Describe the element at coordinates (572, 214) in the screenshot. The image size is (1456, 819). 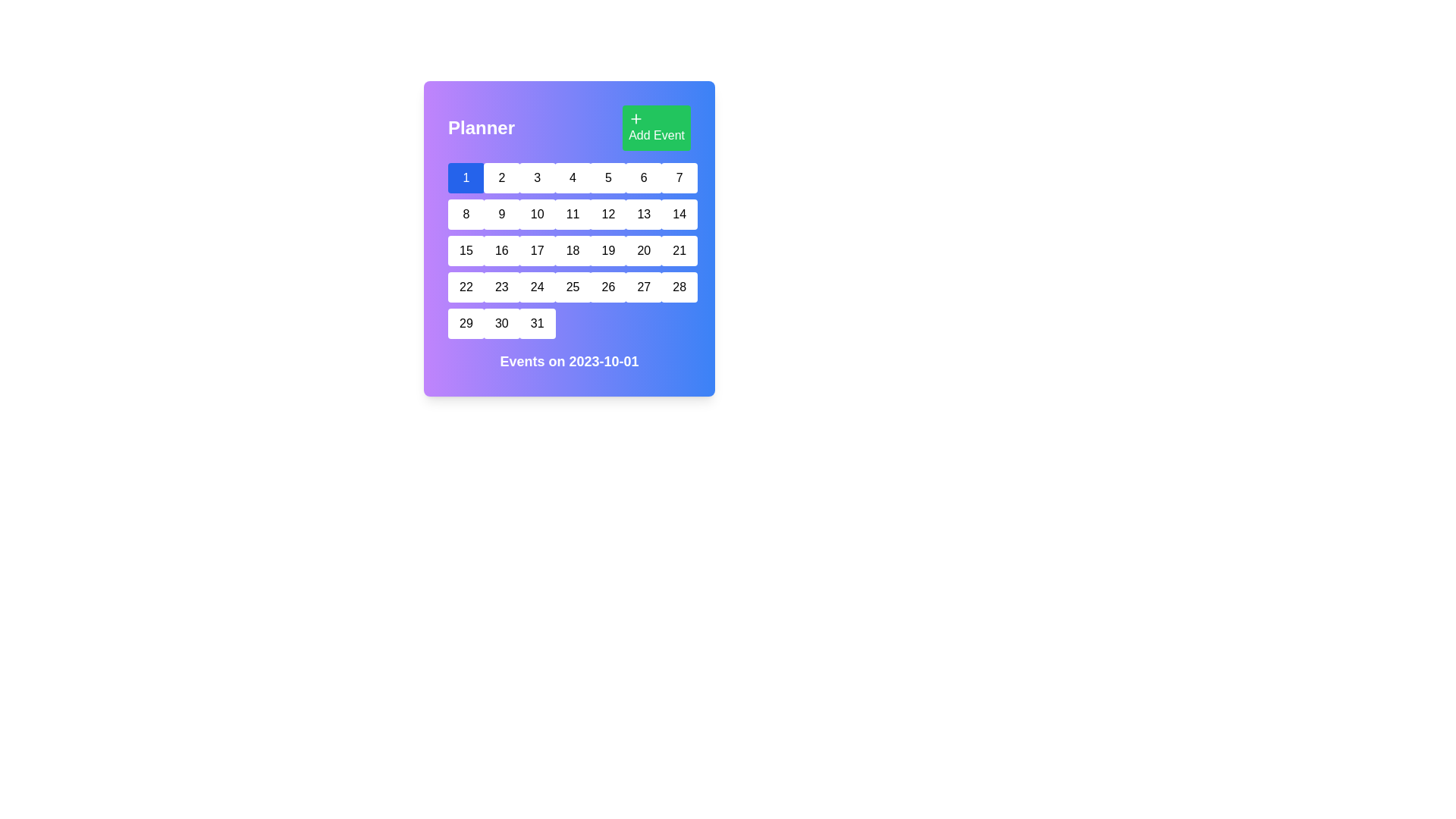
I see `the button representing the eleventh day in the calendar view` at that location.